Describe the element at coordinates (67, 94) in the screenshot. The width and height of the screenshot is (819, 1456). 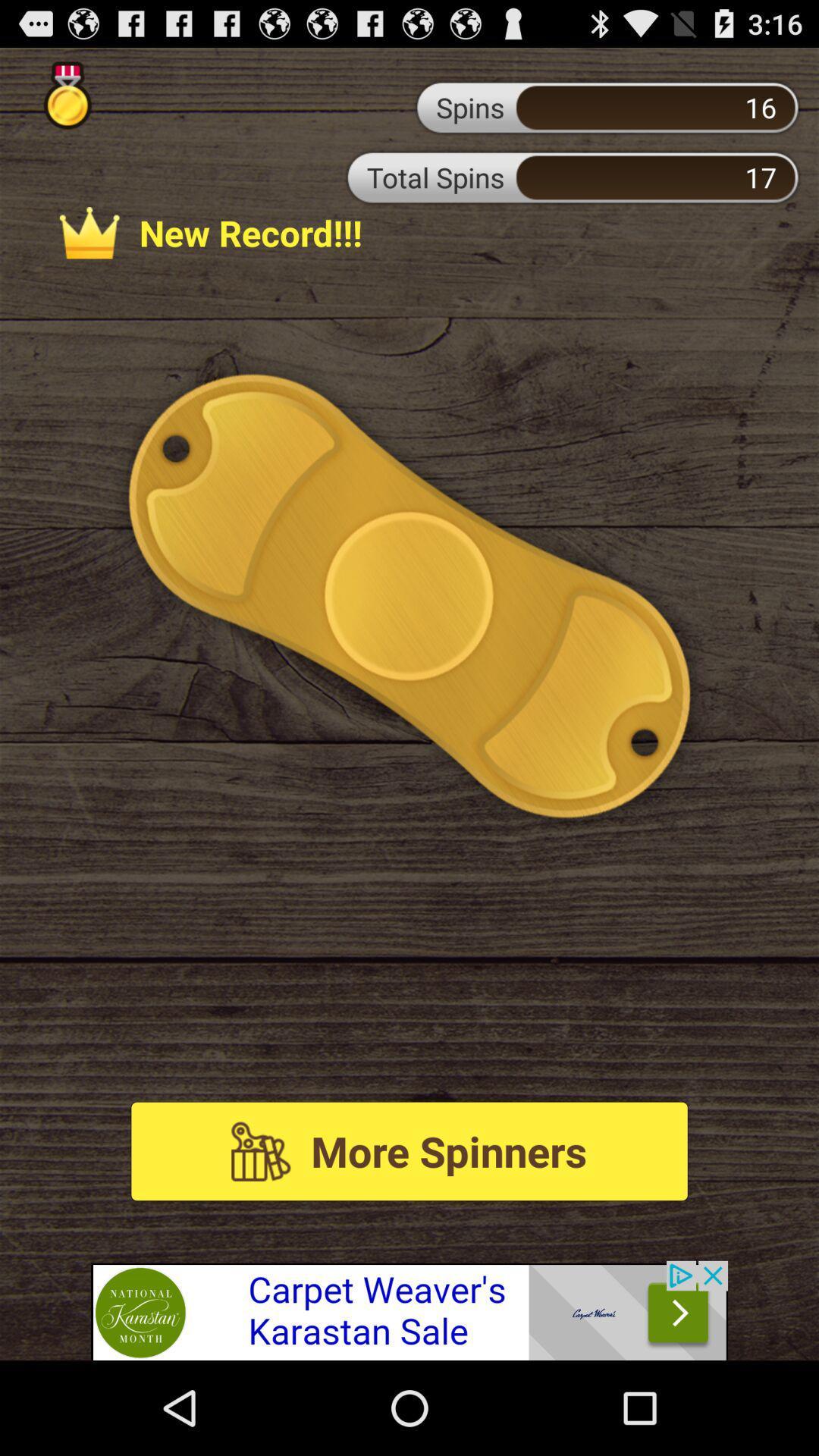
I see `achievements` at that location.